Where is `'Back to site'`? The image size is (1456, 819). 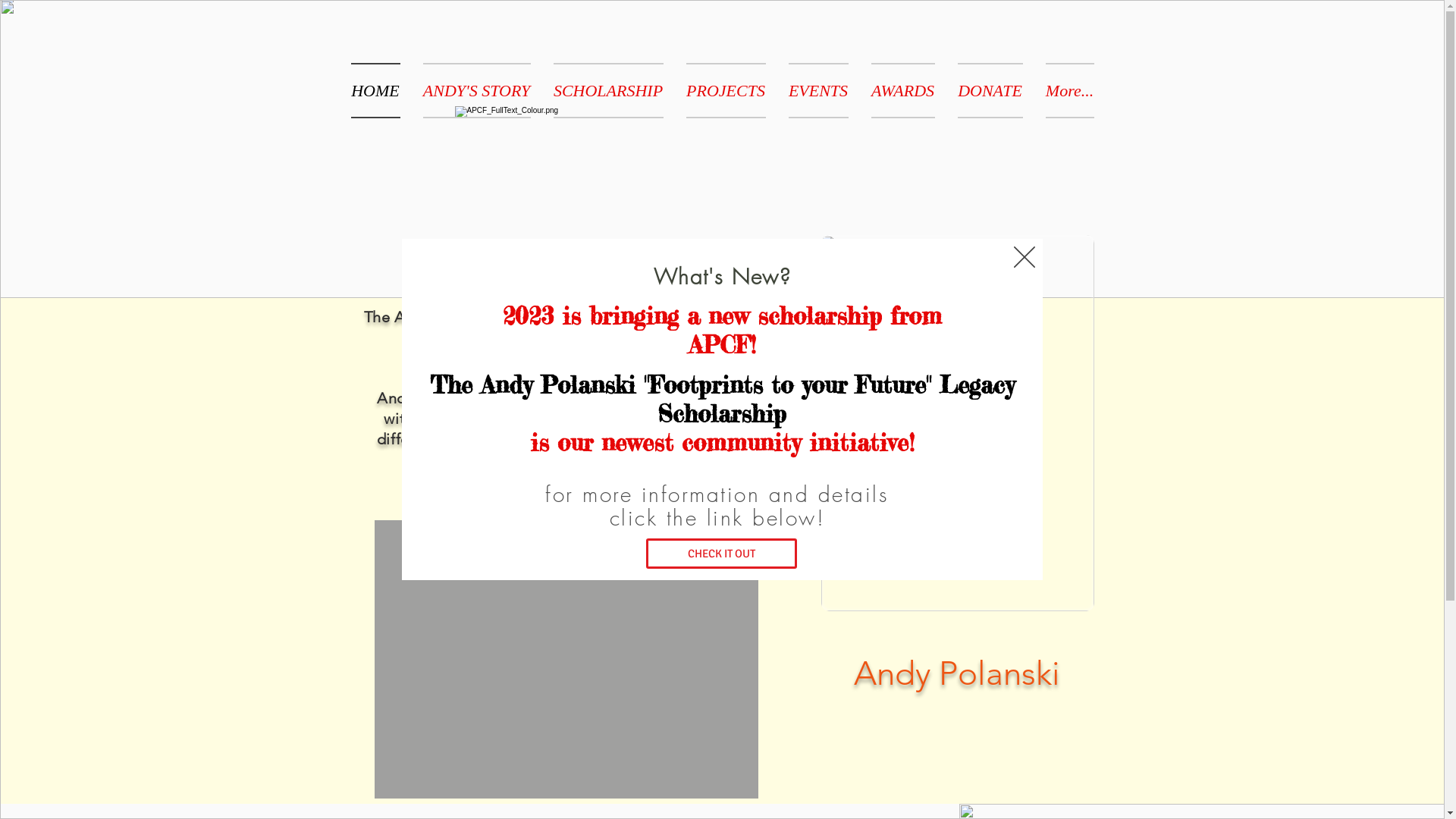
'Back to site' is located at coordinates (1012, 256).